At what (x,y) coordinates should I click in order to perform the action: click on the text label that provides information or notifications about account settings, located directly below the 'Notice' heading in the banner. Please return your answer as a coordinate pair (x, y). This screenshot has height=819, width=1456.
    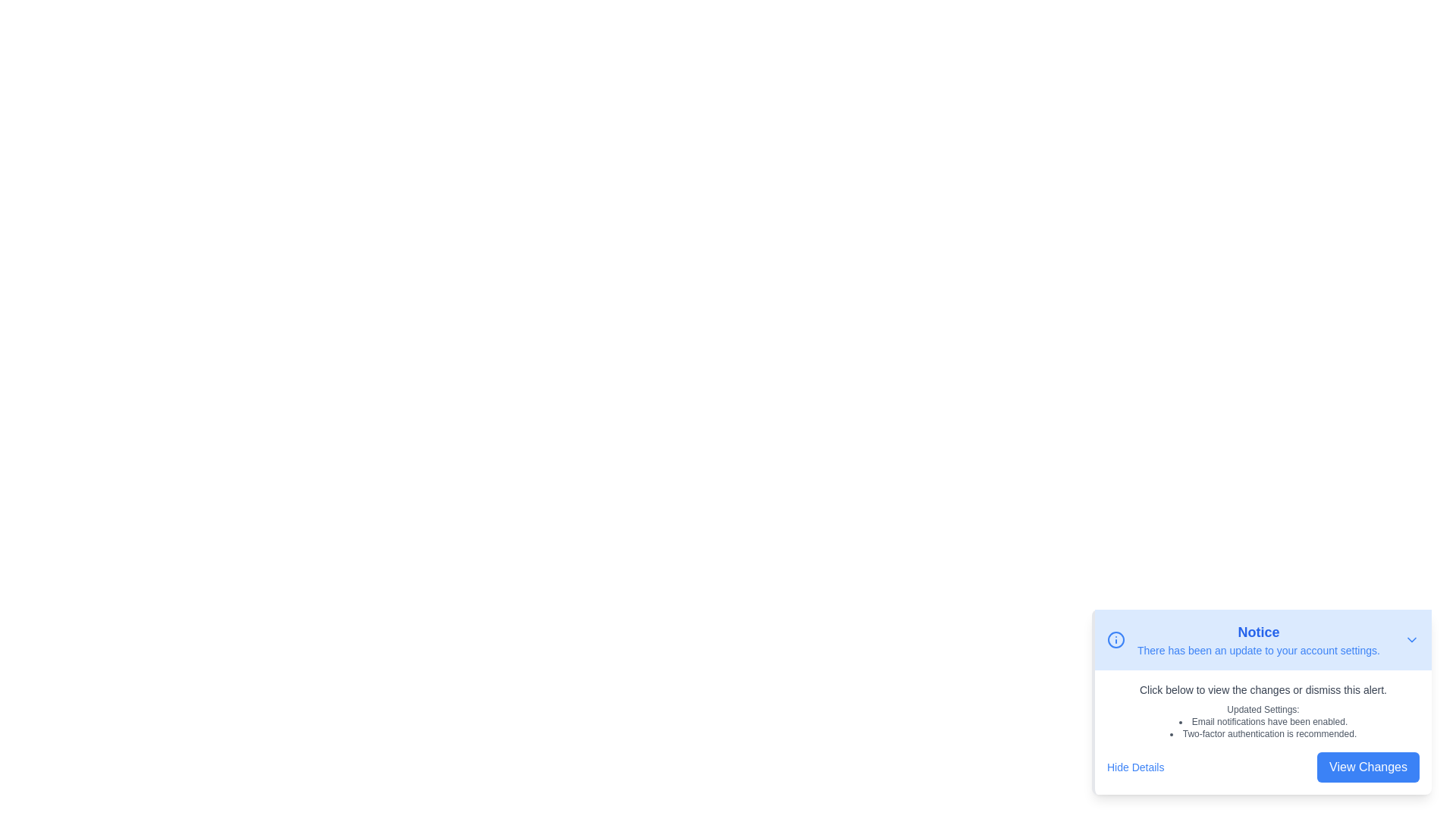
    Looking at the image, I should click on (1259, 649).